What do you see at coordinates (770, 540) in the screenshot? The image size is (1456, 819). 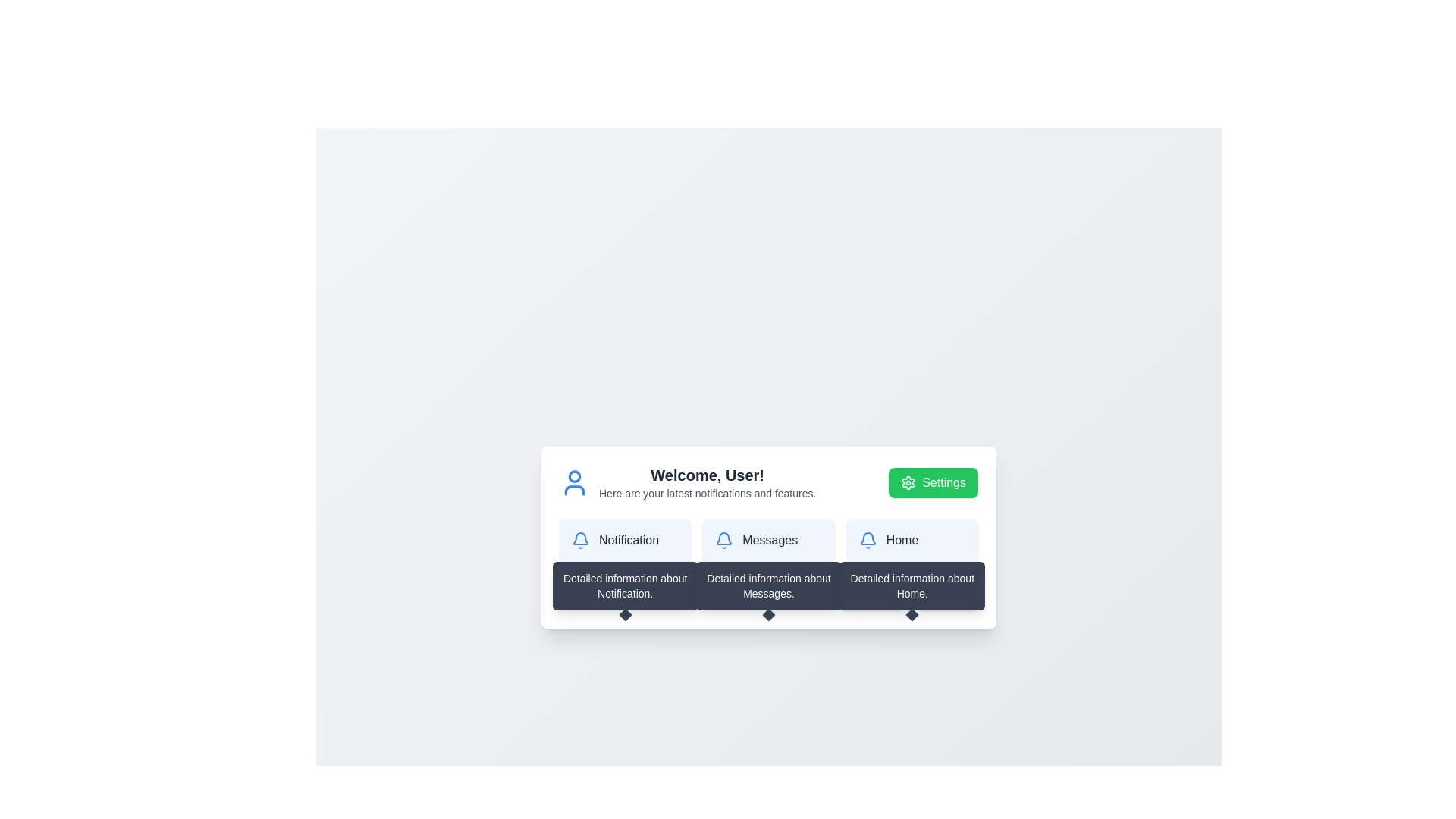 I see `the static text label displaying 'Messages' which is centrally located between 'Notification' and 'Home' in a horizontal group of options` at bounding box center [770, 540].